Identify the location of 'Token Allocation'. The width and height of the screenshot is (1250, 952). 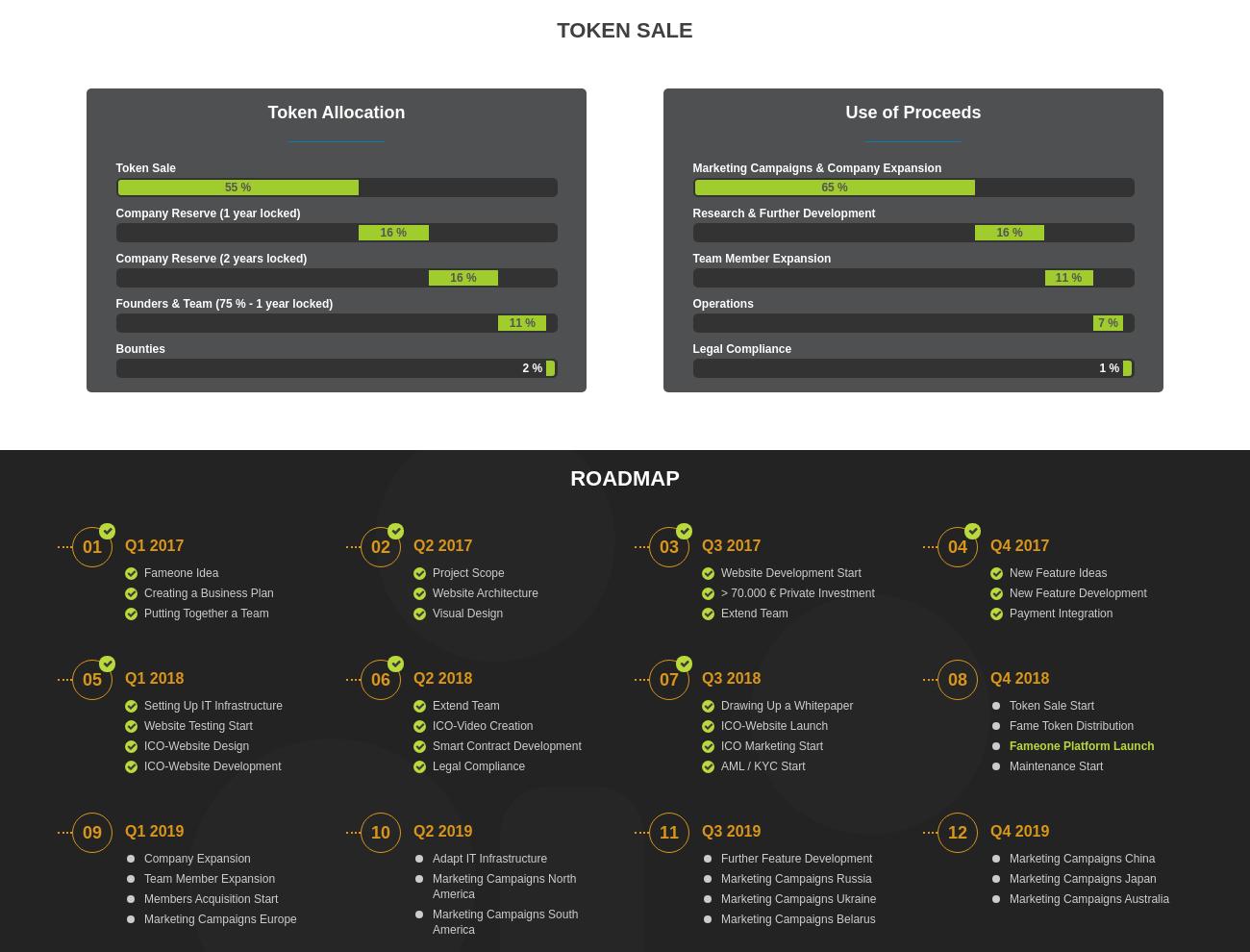
(266, 112).